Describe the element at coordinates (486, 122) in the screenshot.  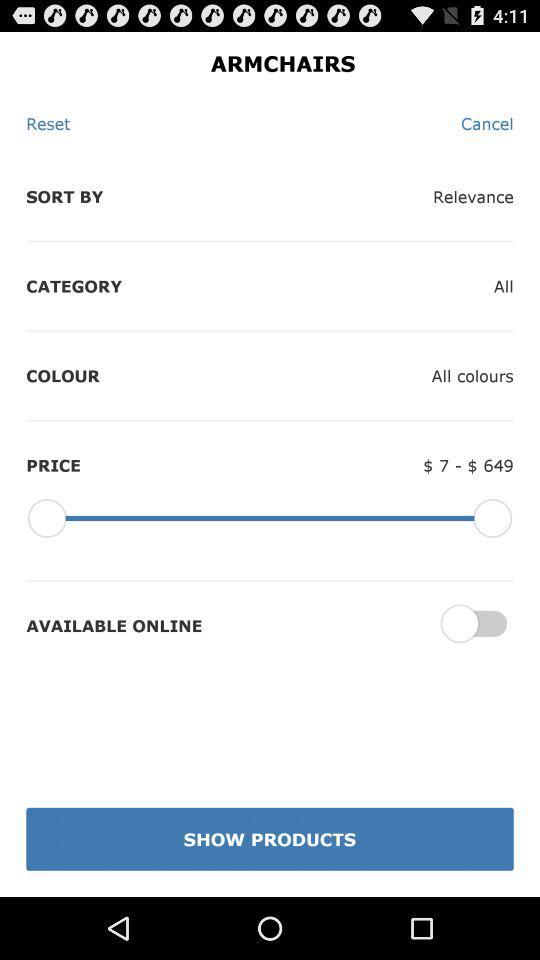
I see `text right to reset` at that location.